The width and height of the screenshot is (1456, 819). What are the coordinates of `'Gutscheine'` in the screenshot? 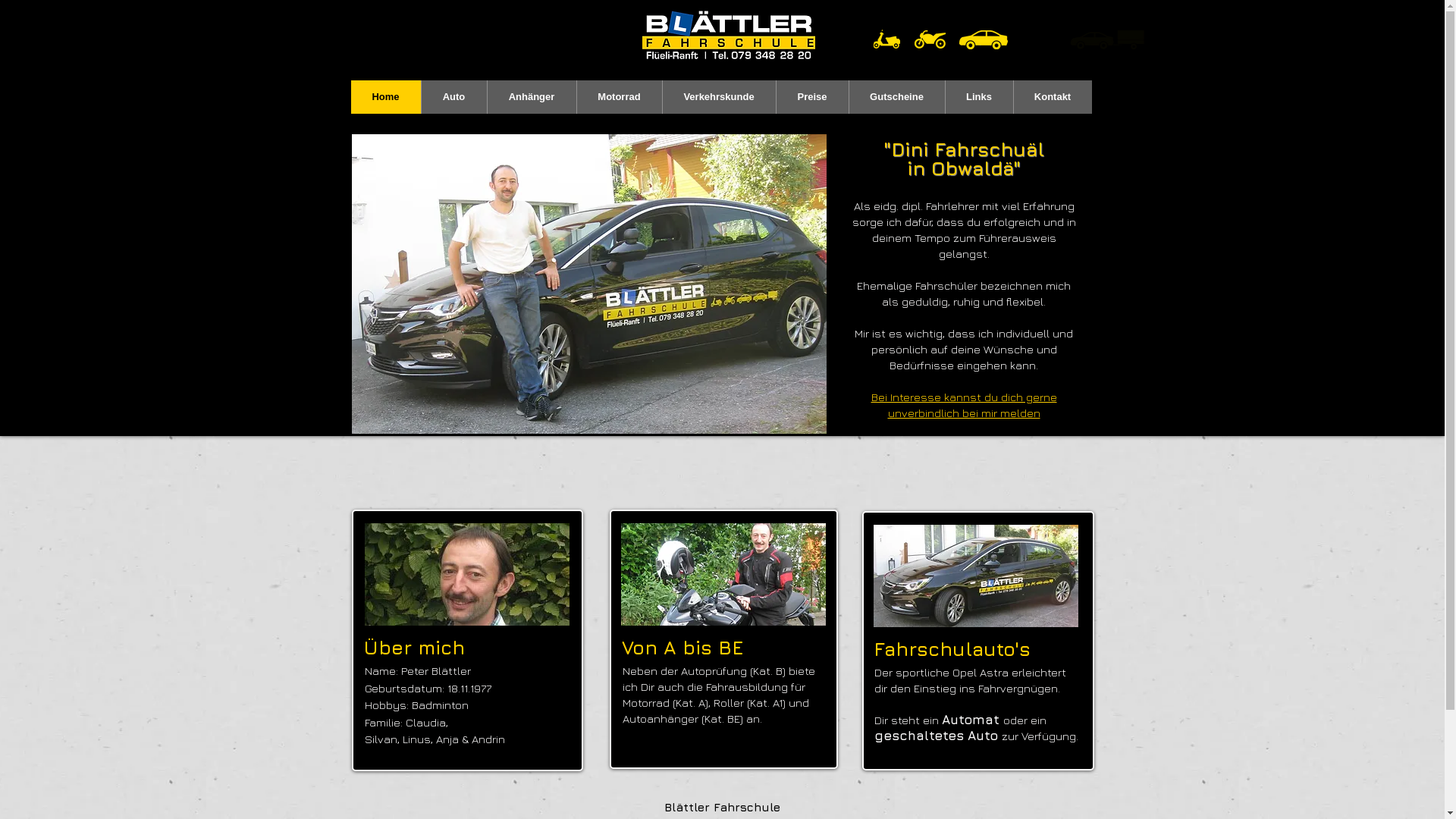 It's located at (896, 96).